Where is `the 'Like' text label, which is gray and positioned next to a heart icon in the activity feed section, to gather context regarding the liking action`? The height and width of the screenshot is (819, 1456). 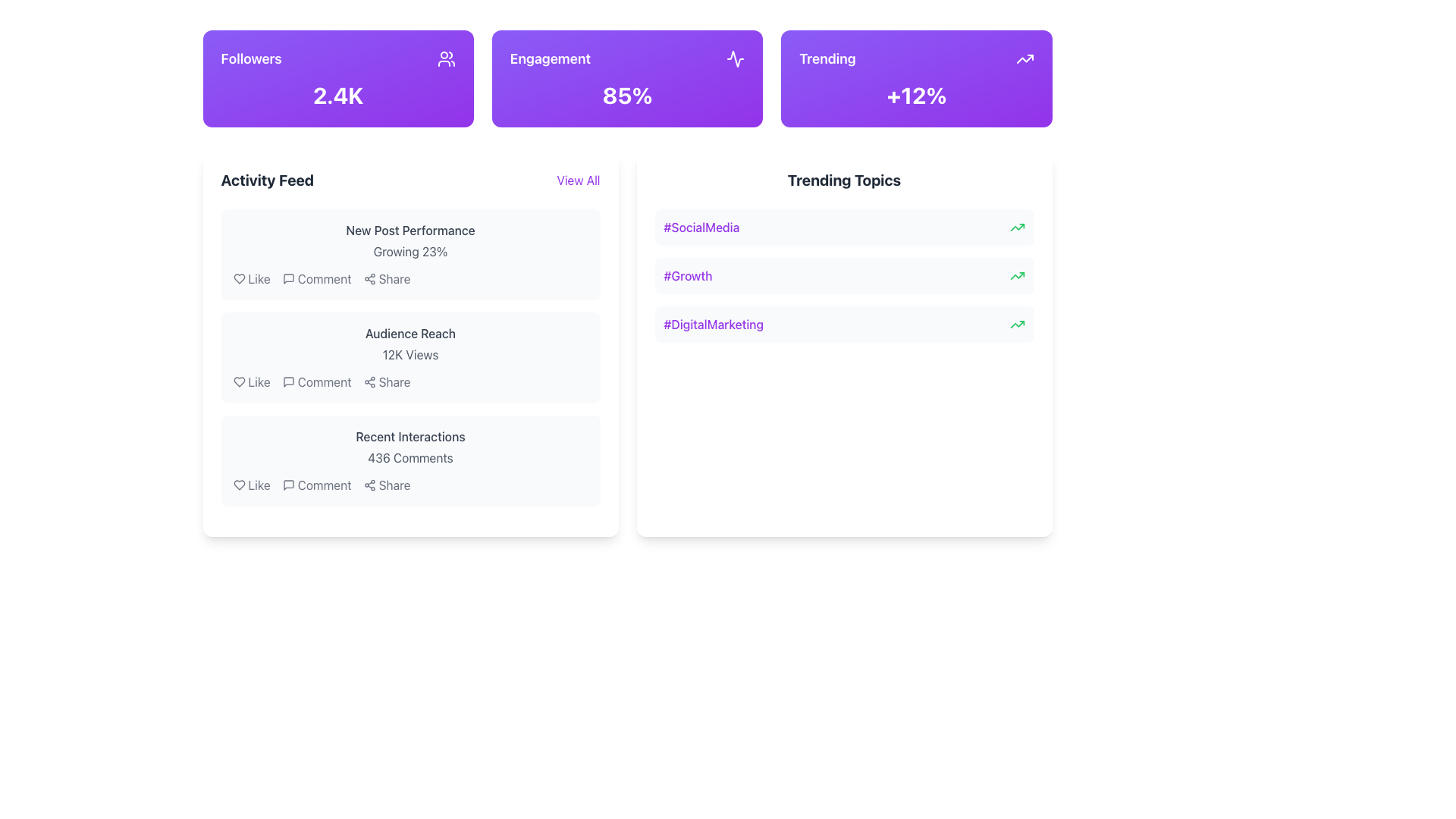
the 'Like' text label, which is gray and positioned next to a heart icon in the activity feed section, to gather context regarding the liking action is located at coordinates (259, 485).